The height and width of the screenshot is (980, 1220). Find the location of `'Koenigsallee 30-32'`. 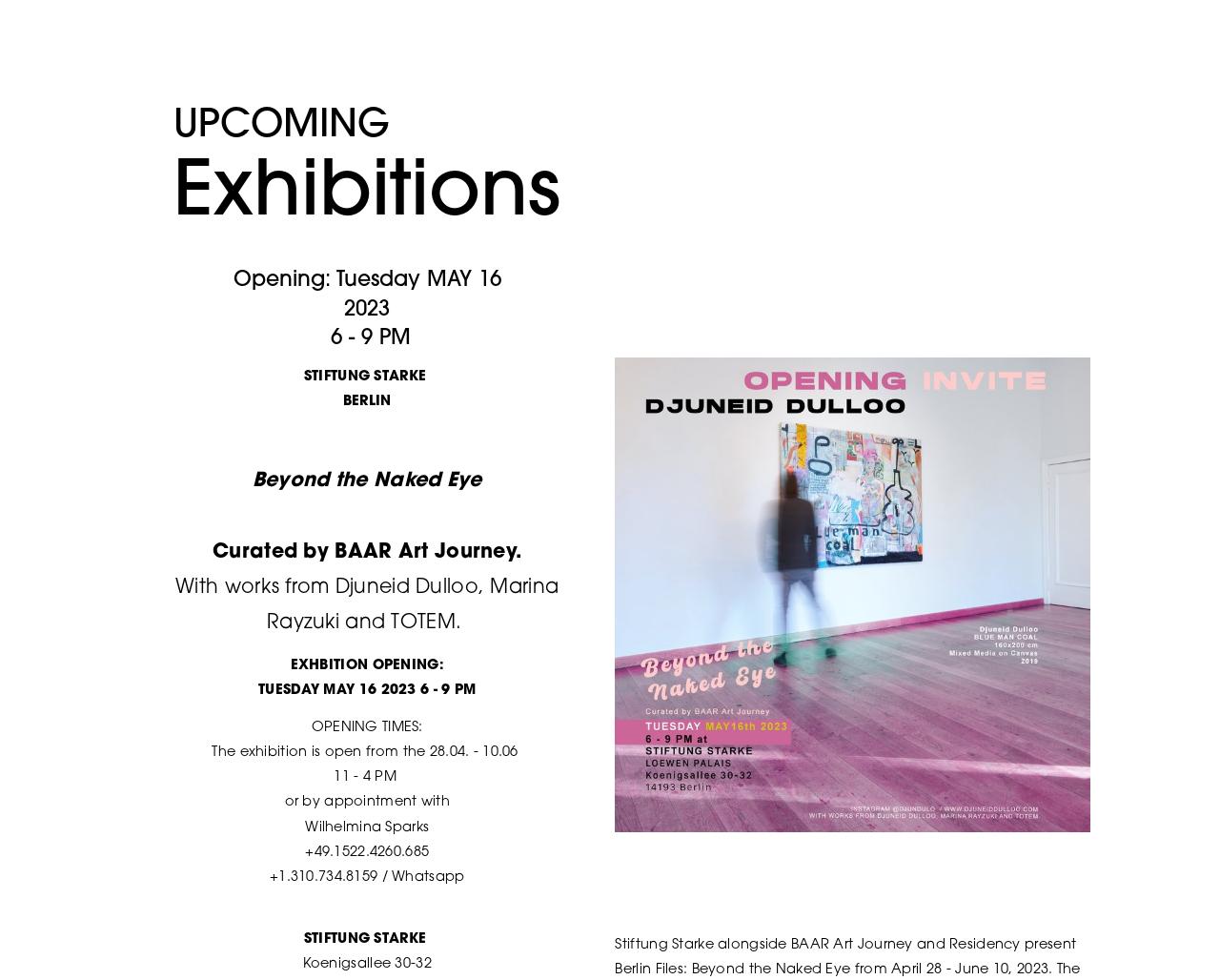

'Koenigsallee 30-32' is located at coordinates (366, 963).